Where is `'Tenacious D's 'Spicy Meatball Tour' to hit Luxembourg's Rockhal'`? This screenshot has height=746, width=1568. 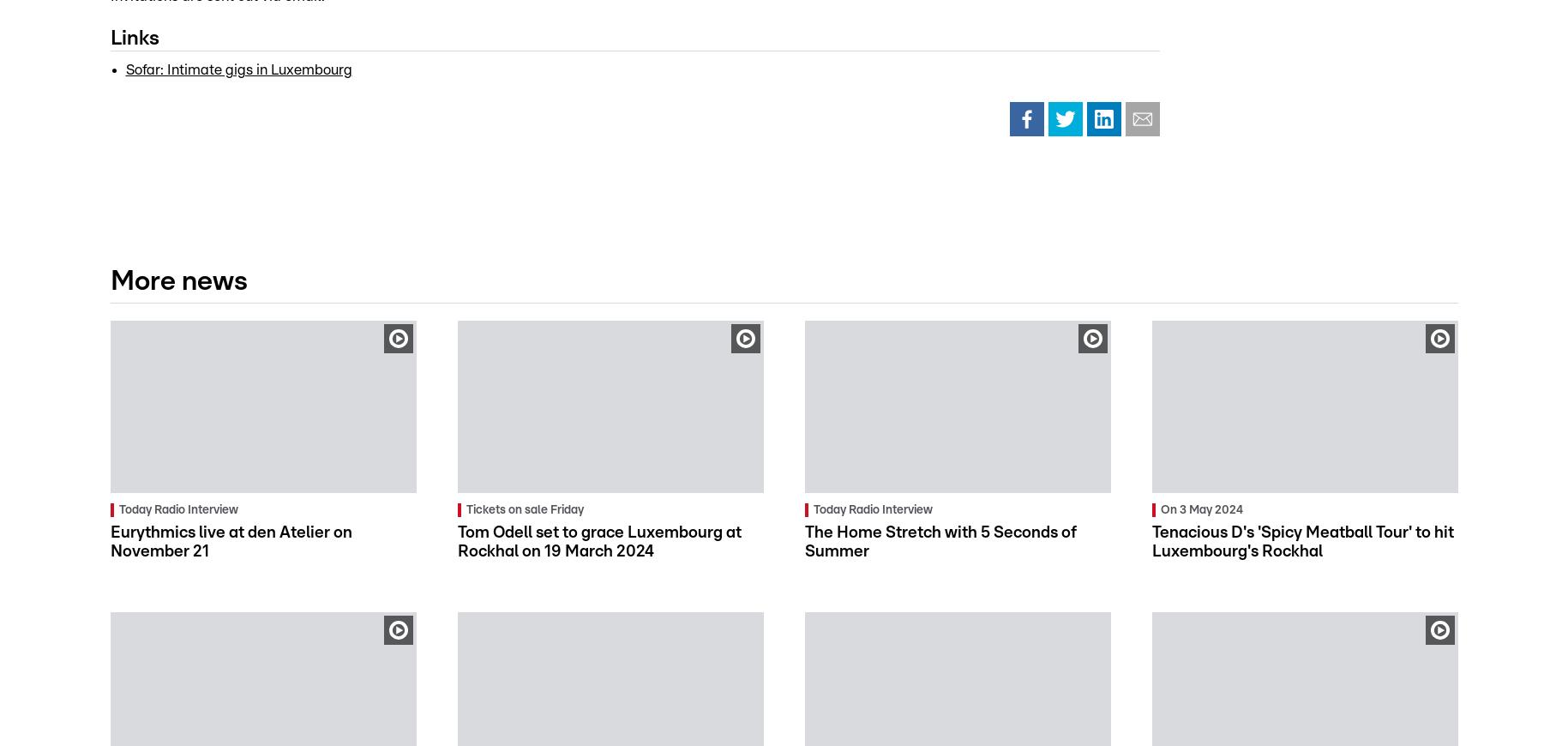 'Tenacious D's 'Spicy Meatball Tour' to hit Luxembourg's Rockhal' is located at coordinates (1301, 540).